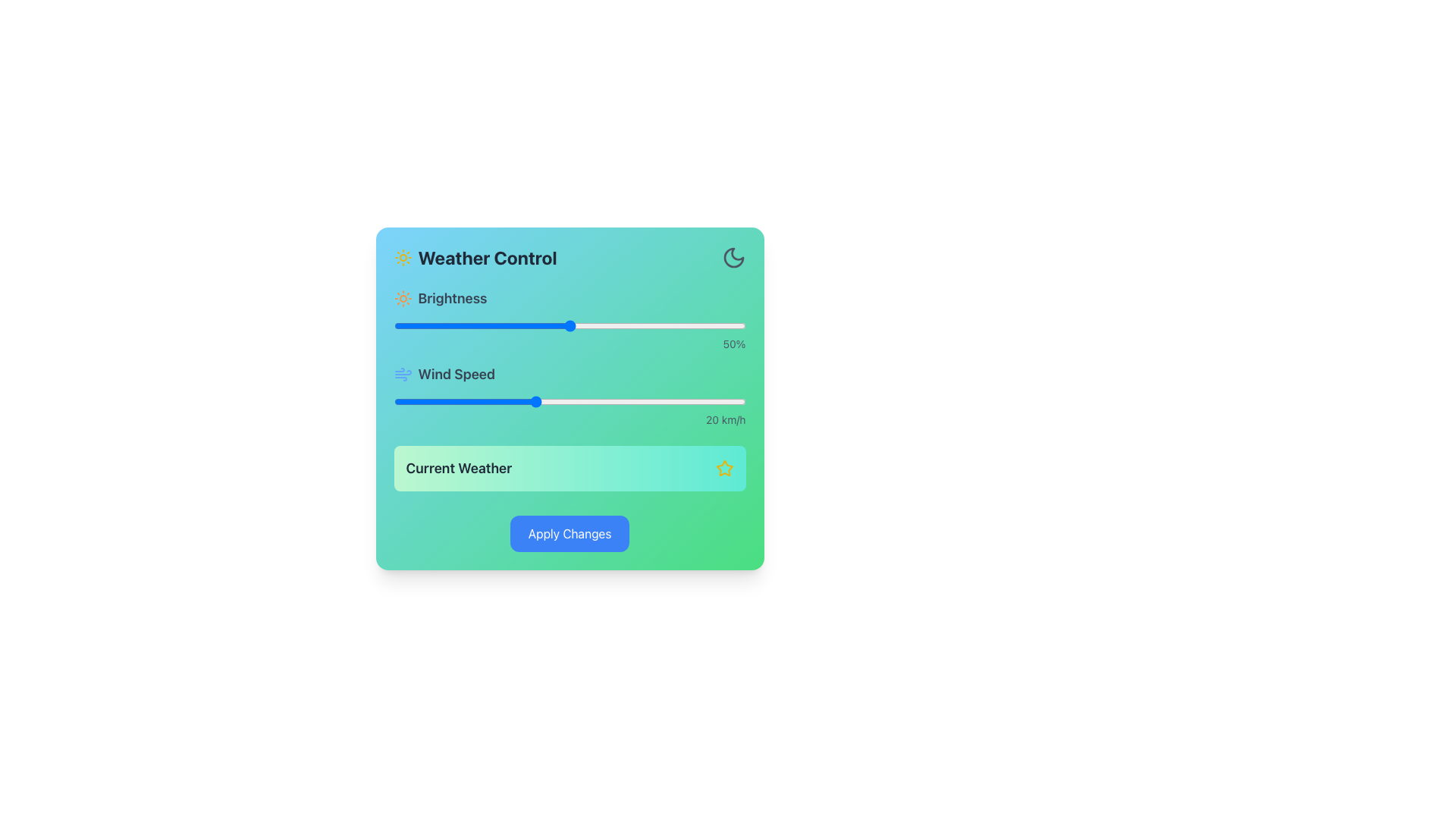 The width and height of the screenshot is (1456, 819). Describe the element at coordinates (569, 400) in the screenshot. I see `the slider thumb of the Wind Speed slider, positioned below the Brightness slider` at that location.